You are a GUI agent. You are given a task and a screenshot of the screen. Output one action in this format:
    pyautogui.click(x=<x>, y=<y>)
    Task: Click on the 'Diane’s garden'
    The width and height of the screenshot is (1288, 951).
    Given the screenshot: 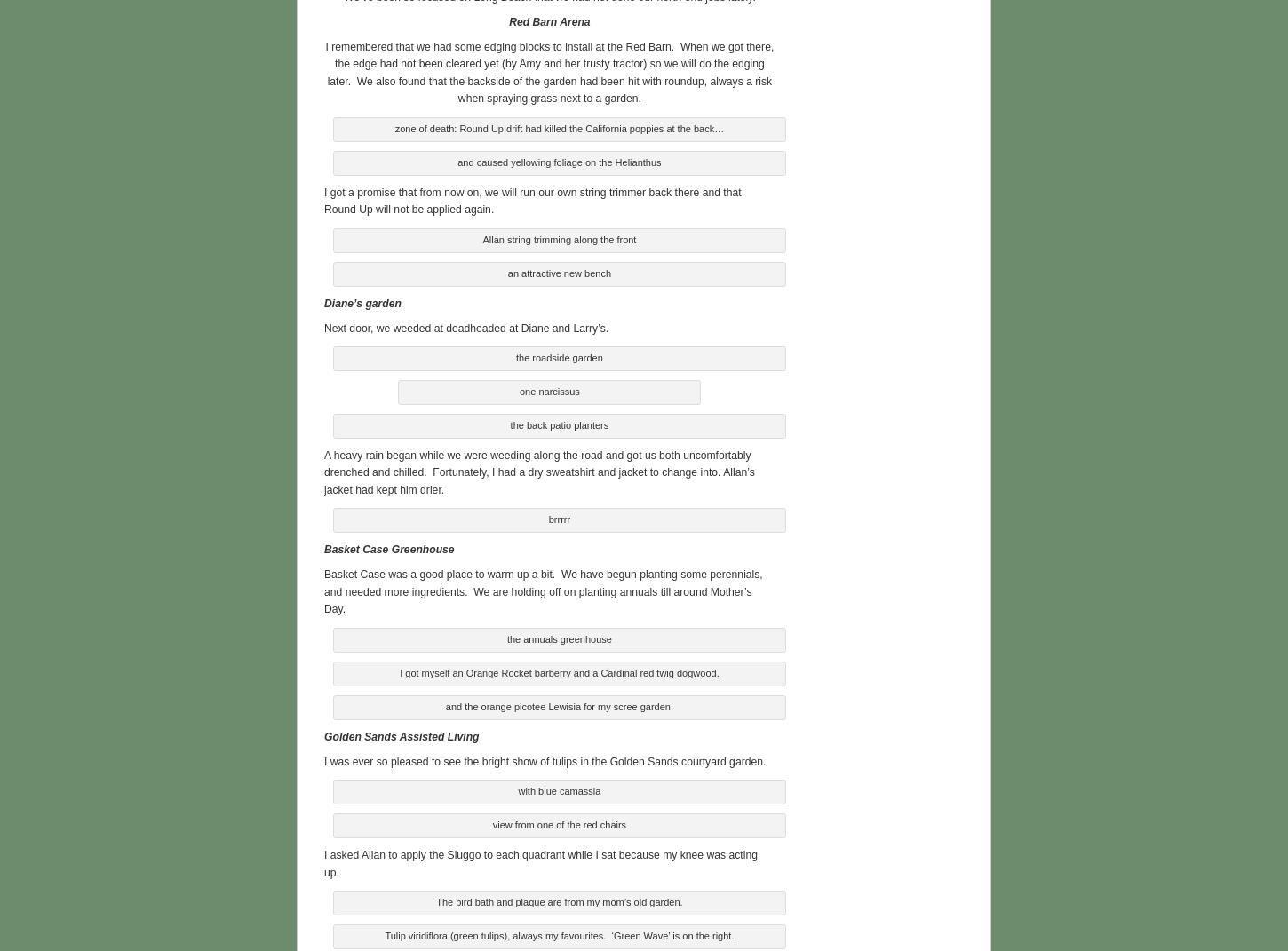 What is the action you would take?
    pyautogui.click(x=322, y=299)
    